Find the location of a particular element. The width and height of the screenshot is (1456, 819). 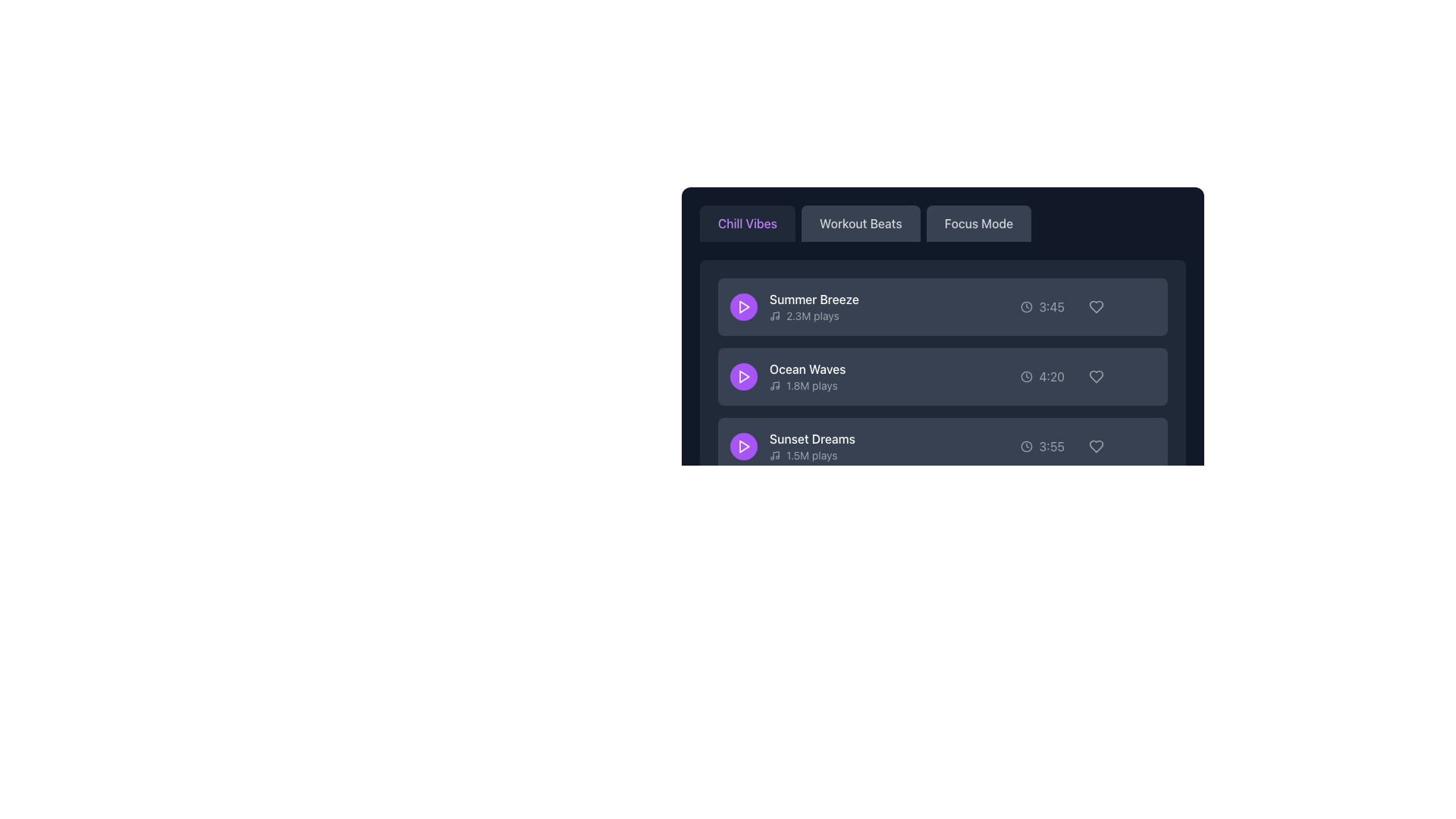

the heart-shaped icon button located in the second row, aligned to the right of the text display '4:20' is located at coordinates (1096, 376).